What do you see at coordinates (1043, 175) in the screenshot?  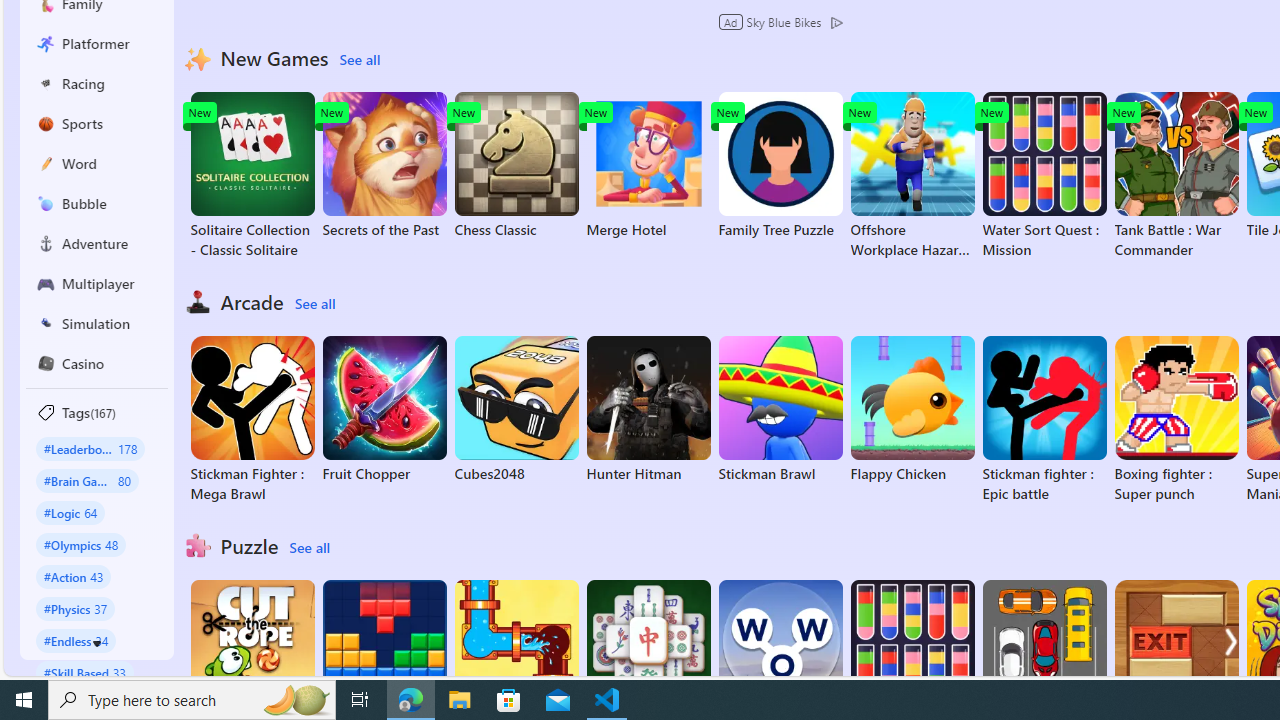 I see `'Water Sort Quest : Mission'` at bounding box center [1043, 175].